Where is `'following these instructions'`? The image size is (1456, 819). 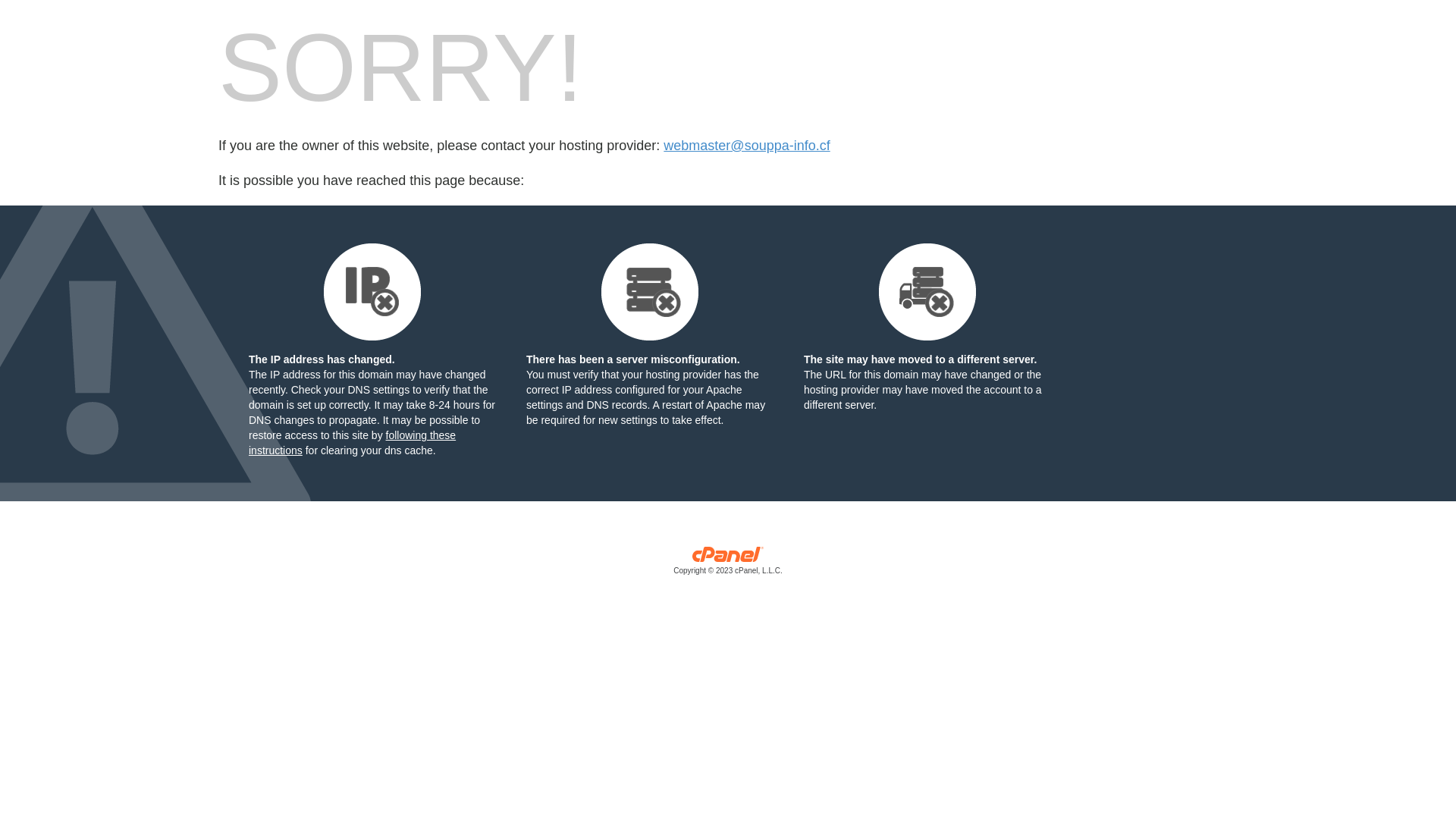 'following these instructions' is located at coordinates (351, 442).